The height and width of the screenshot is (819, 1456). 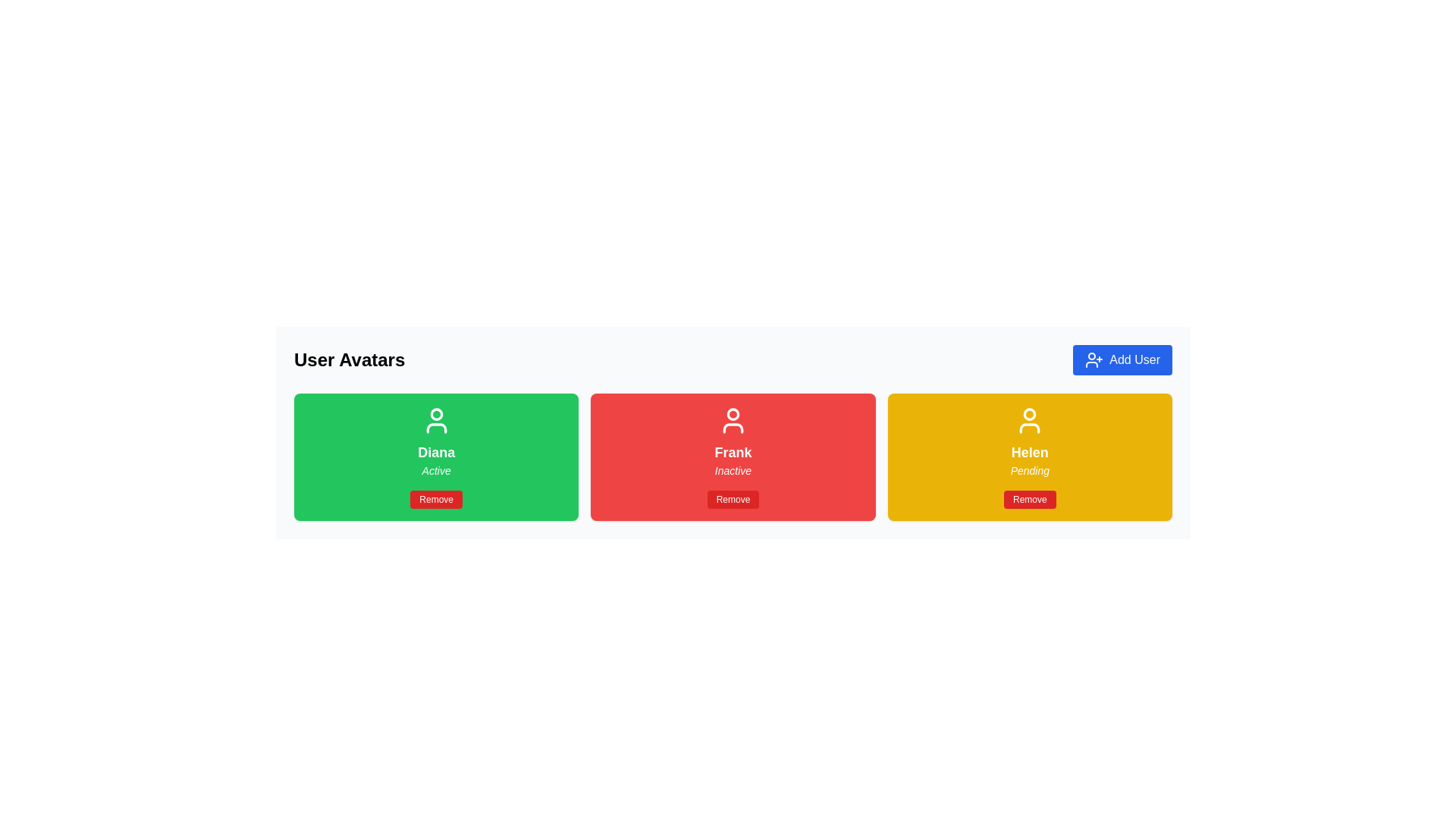 What do you see at coordinates (1030, 500) in the screenshot?
I see `the 'Remove' button located at the bottom section of the card associated with user 'Helen'` at bounding box center [1030, 500].